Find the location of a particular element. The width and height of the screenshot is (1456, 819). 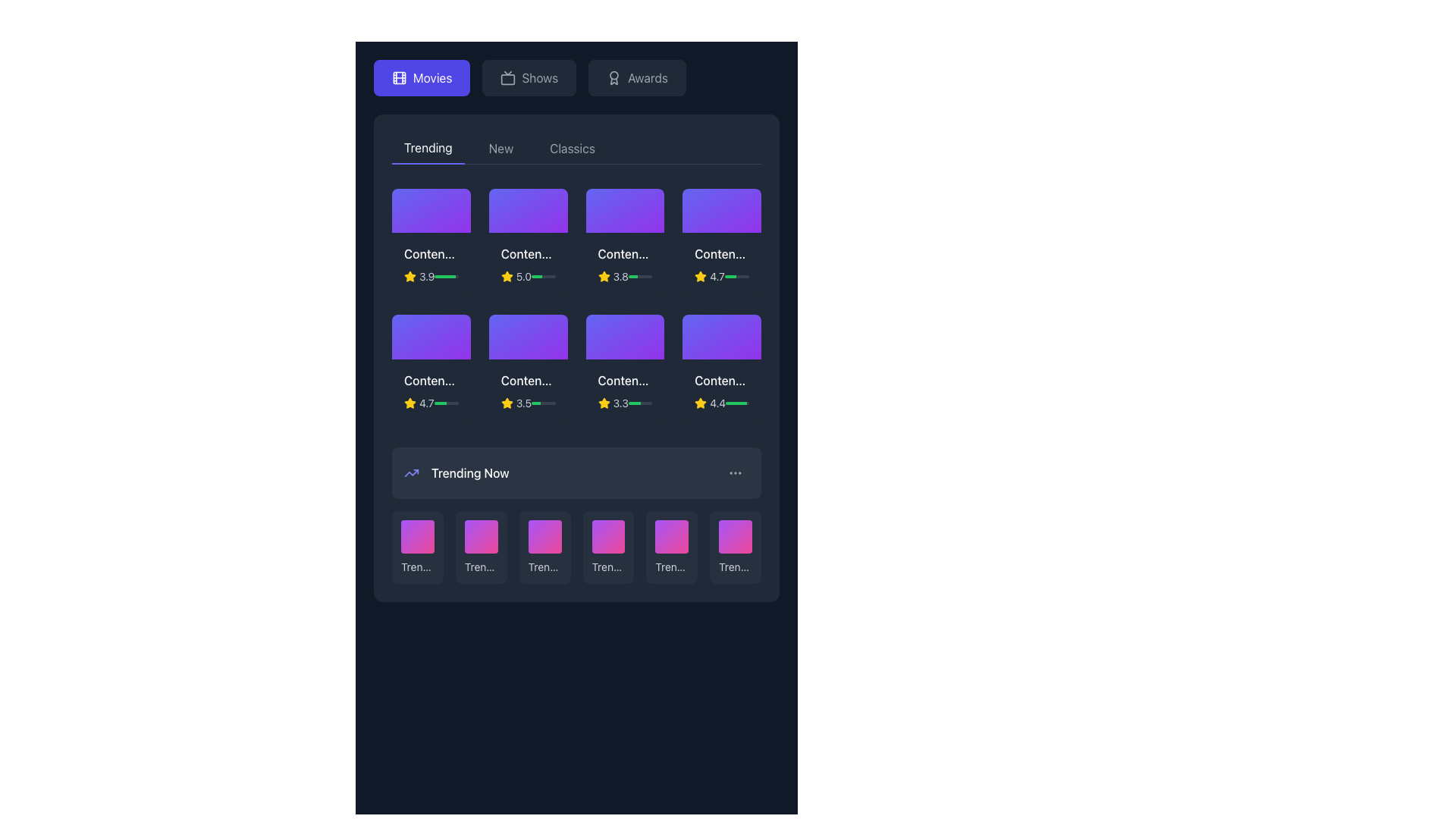

the text label displaying the rating '3.9', which is accompanied by a yellow star icon, located in the first row and first column of the content cards grid is located at coordinates (419, 277).